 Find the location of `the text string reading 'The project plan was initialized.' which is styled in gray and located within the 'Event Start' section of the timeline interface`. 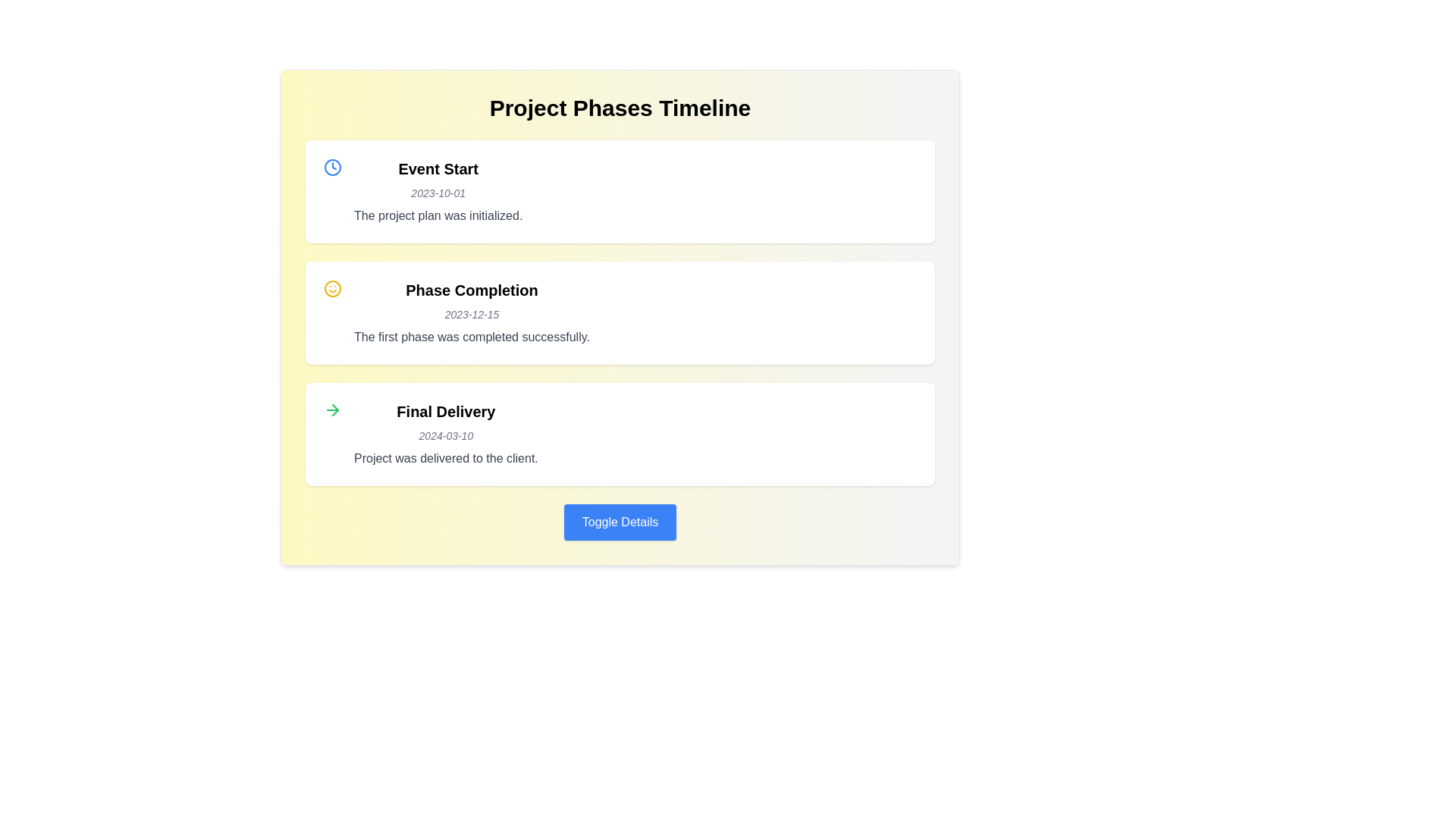

the text string reading 'The project plan was initialized.' which is styled in gray and located within the 'Event Start' section of the timeline interface is located at coordinates (438, 216).